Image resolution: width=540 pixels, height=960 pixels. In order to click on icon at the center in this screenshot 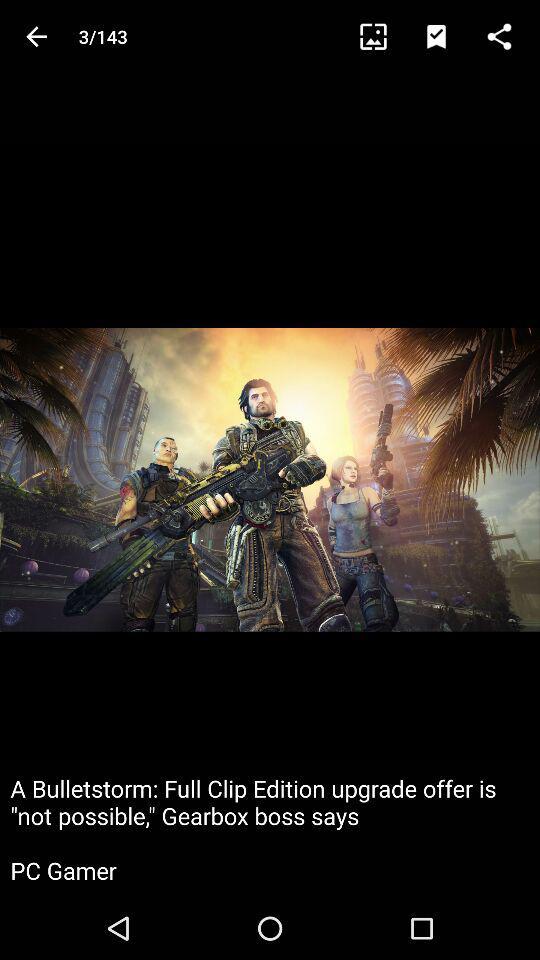, I will do `click(270, 480)`.